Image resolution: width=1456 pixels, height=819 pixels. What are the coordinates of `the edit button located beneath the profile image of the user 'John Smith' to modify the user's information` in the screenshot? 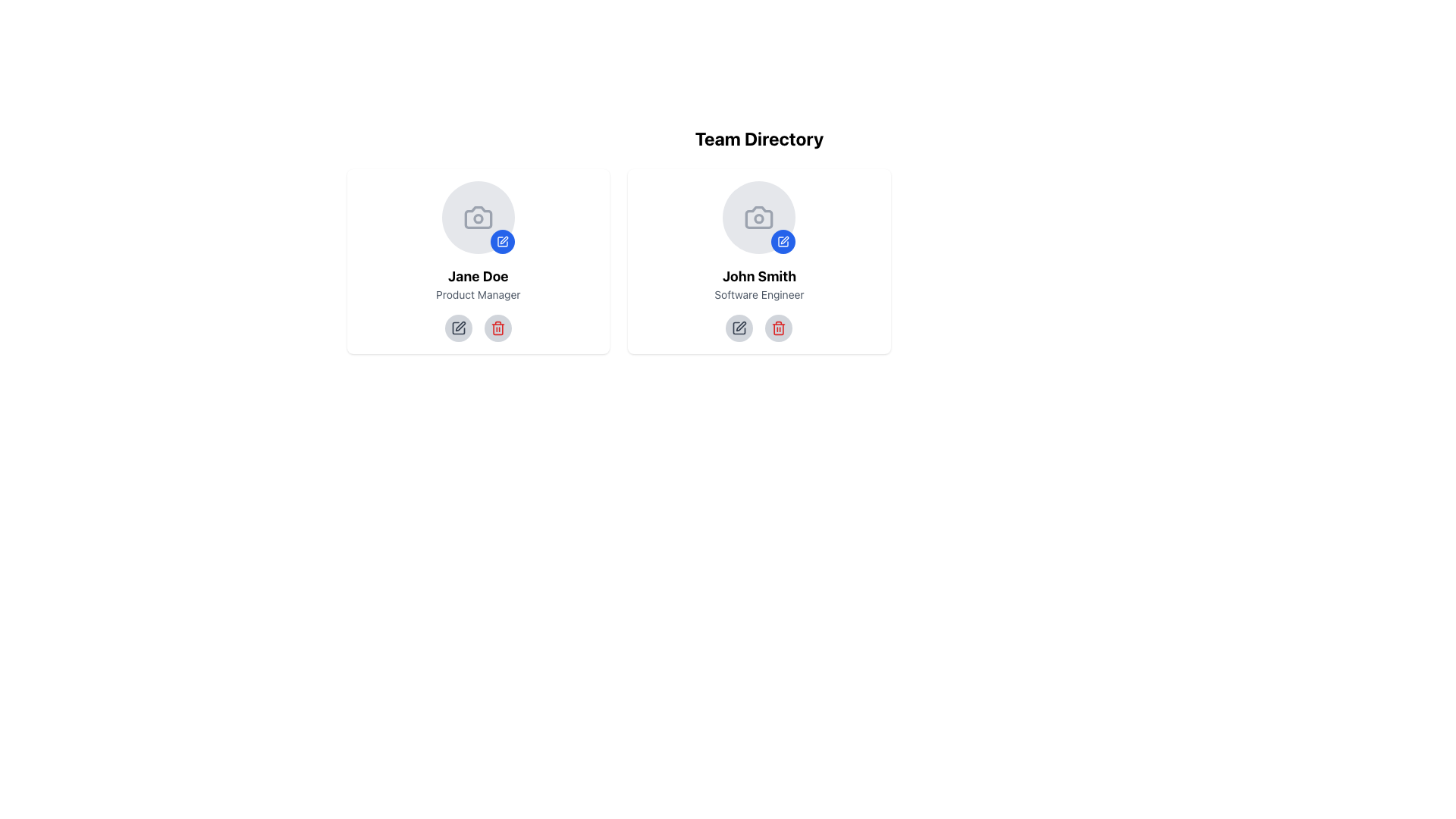 It's located at (739, 327).